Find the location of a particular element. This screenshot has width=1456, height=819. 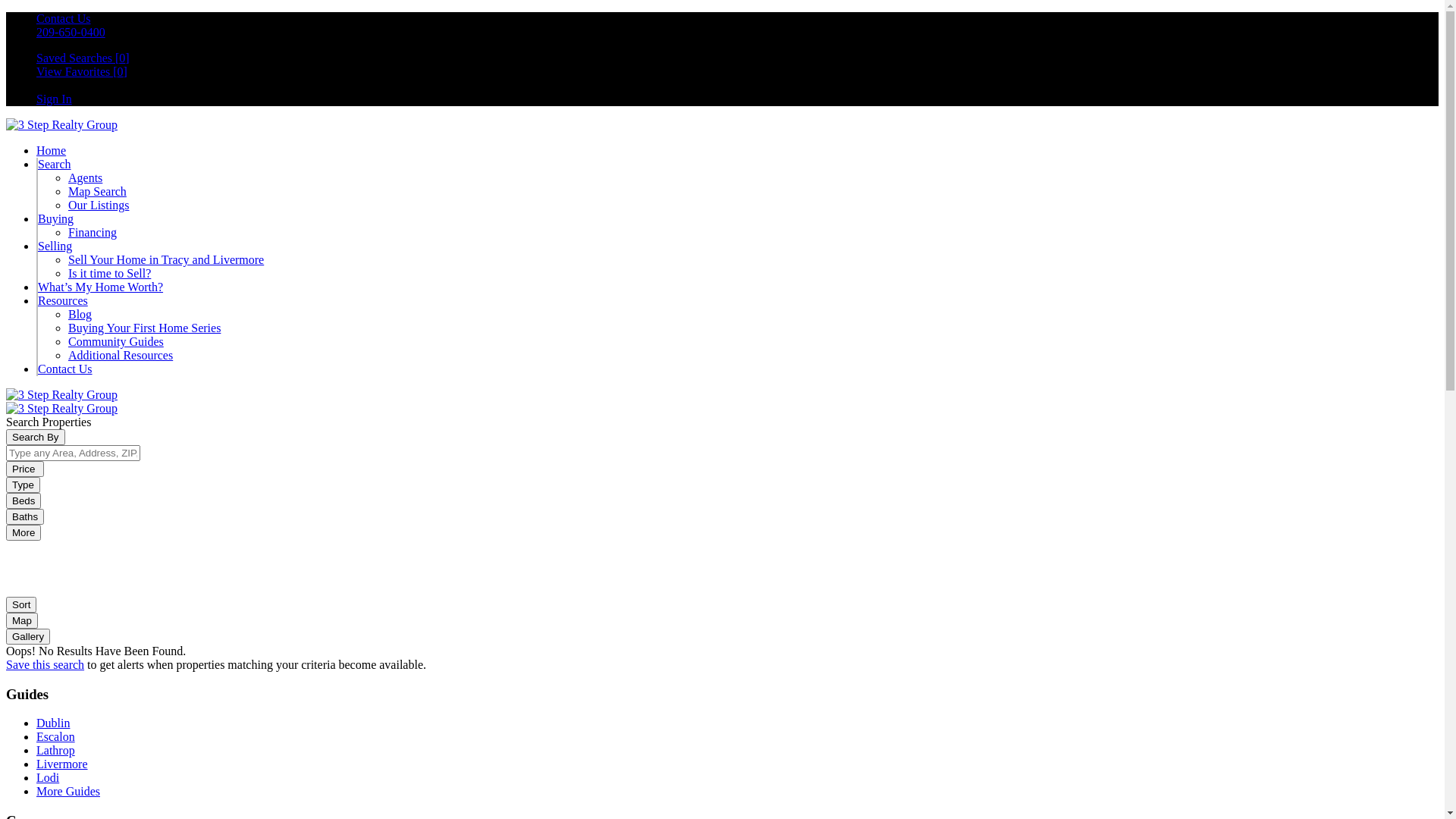

'Buying Your First Home Series' is located at coordinates (144, 327).